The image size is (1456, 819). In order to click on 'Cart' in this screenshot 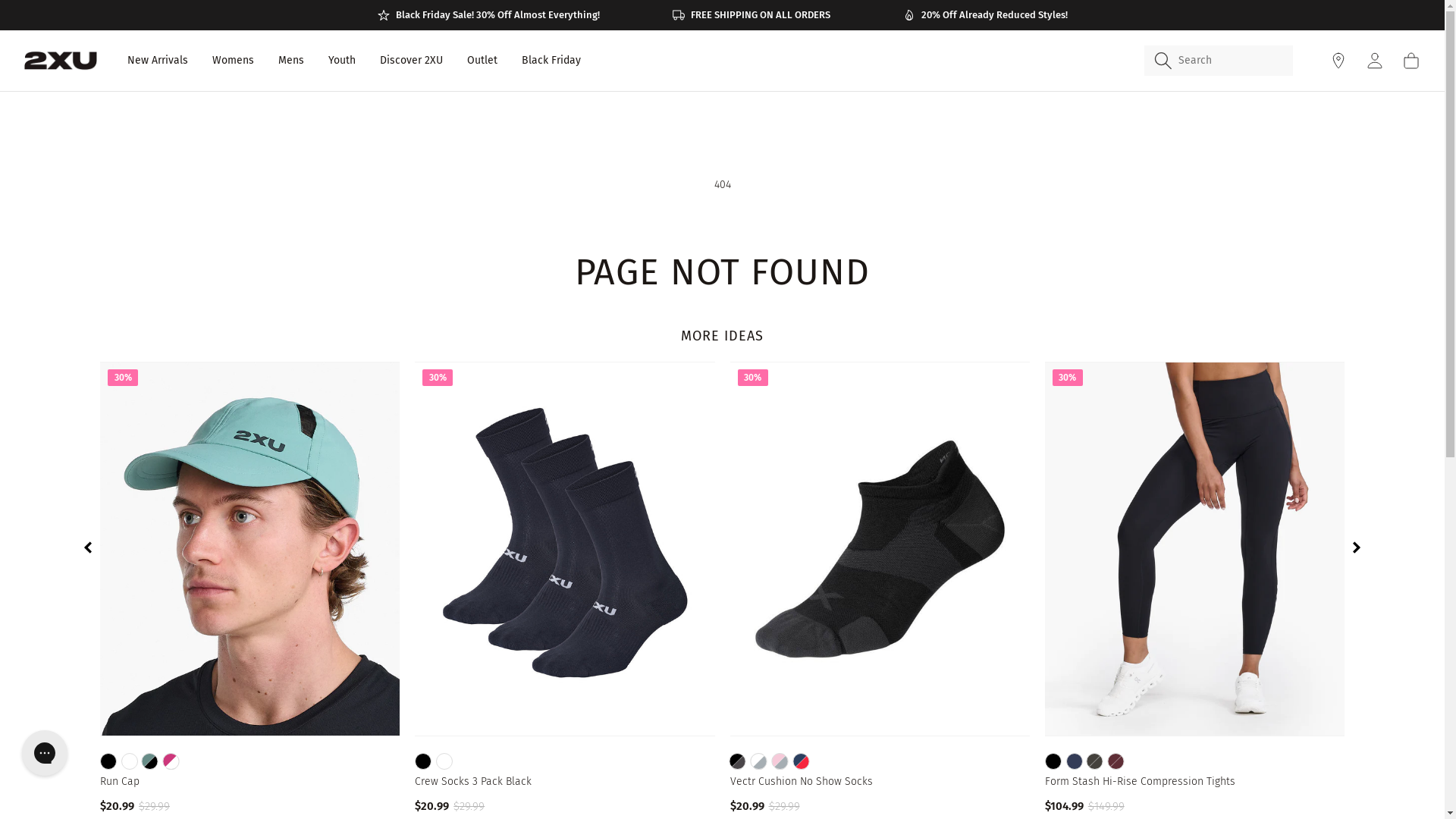, I will do `click(1410, 60)`.